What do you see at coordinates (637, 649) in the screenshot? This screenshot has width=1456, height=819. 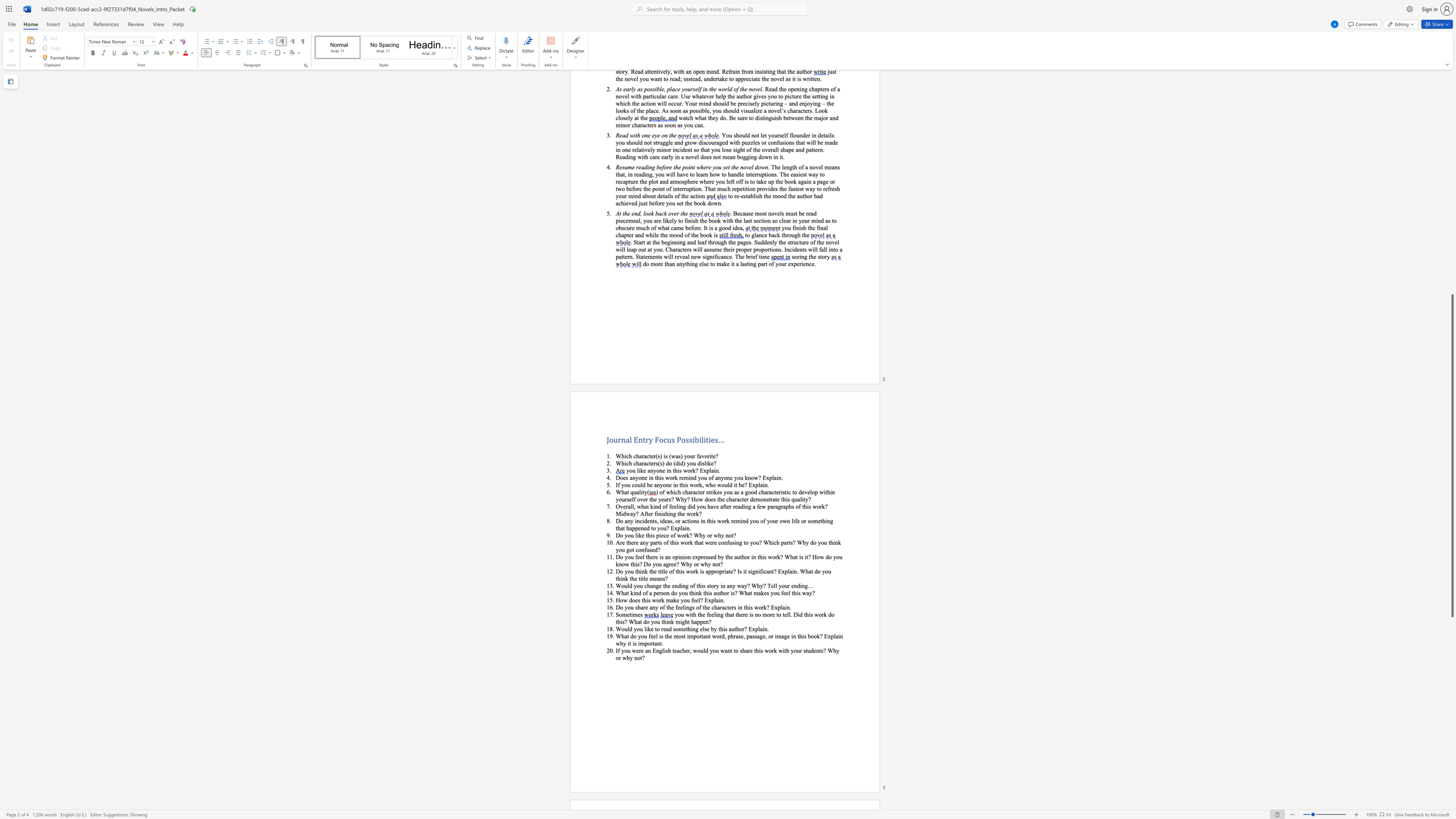 I see `the 1th character "e" in the text` at bounding box center [637, 649].